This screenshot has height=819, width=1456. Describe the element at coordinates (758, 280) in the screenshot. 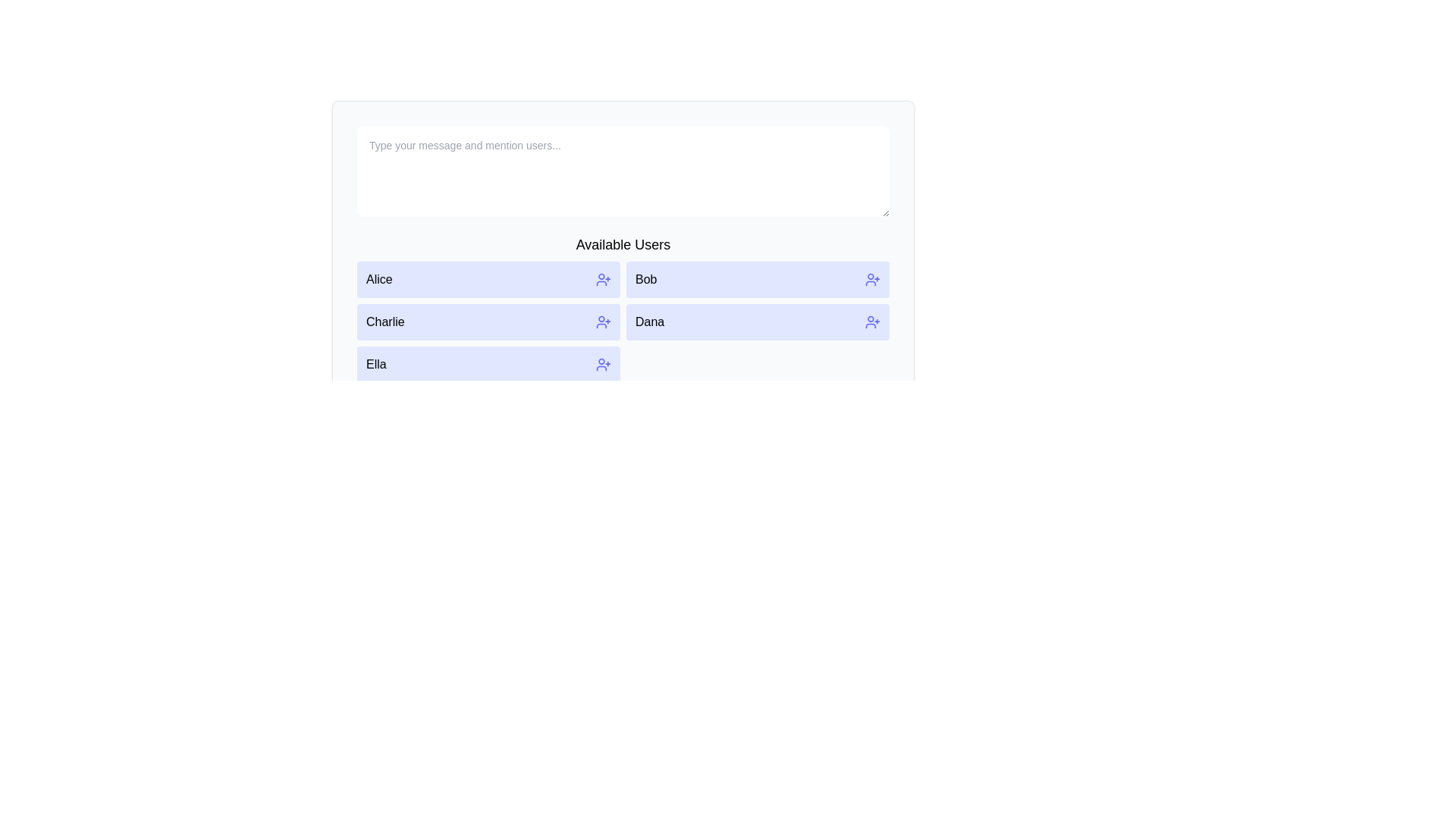

I see `the interactive card representing 'Bob'` at that location.